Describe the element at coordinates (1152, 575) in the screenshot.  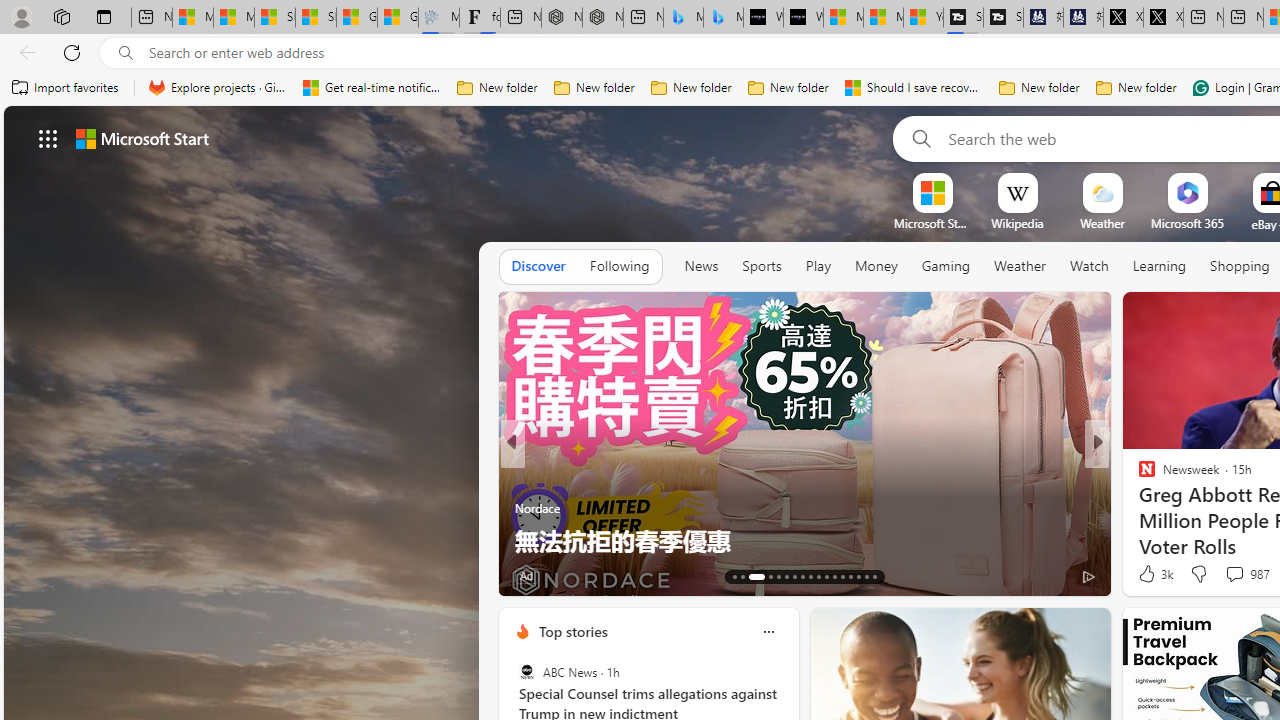
I see `'432 Like'` at that location.